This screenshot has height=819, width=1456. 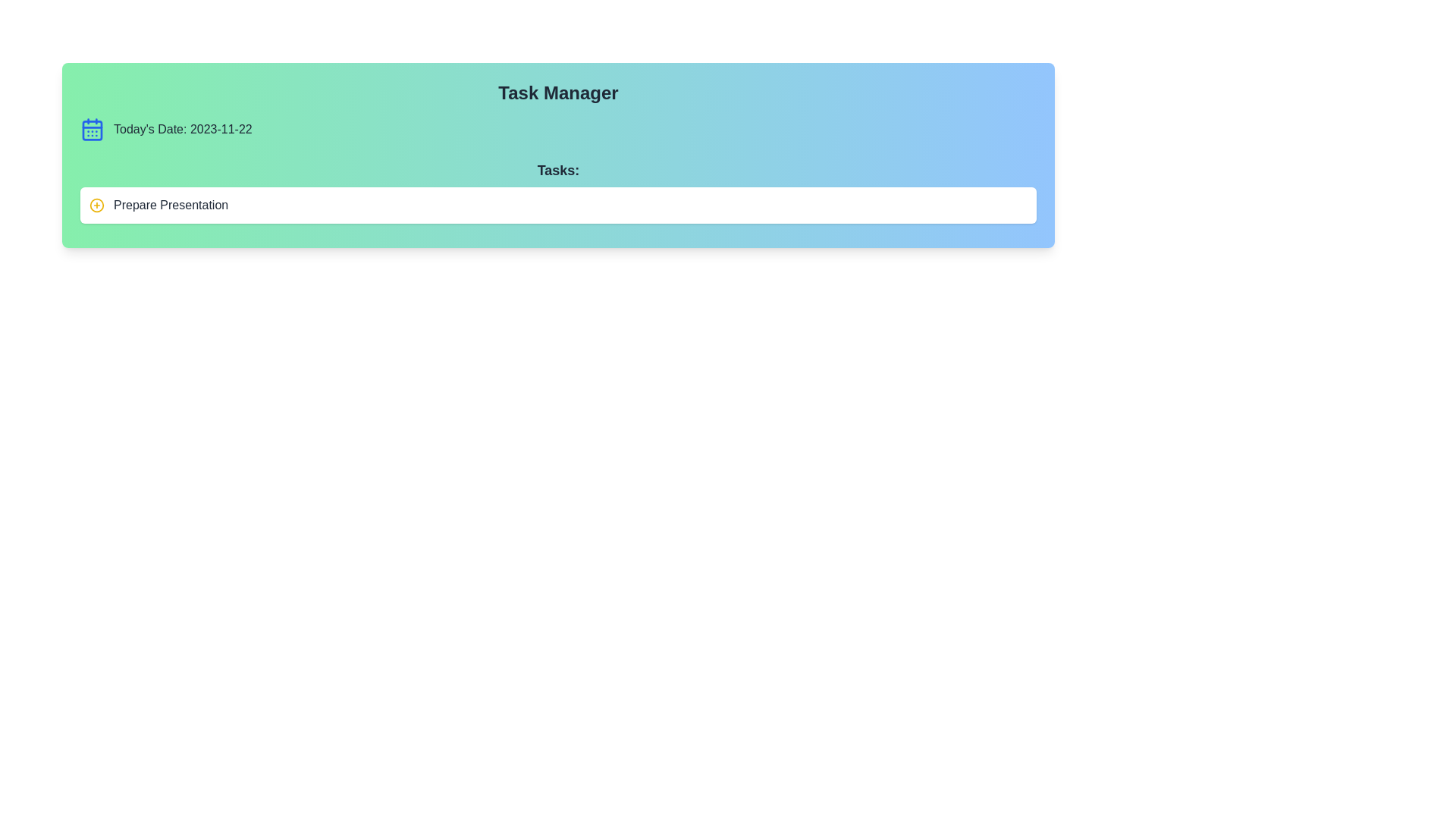 What do you see at coordinates (171, 205) in the screenshot?
I see `the non-interactive text label that describes the task in the task management application, located next to a circular yellow icon with a '+' sign` at bounding box center [171, 205].